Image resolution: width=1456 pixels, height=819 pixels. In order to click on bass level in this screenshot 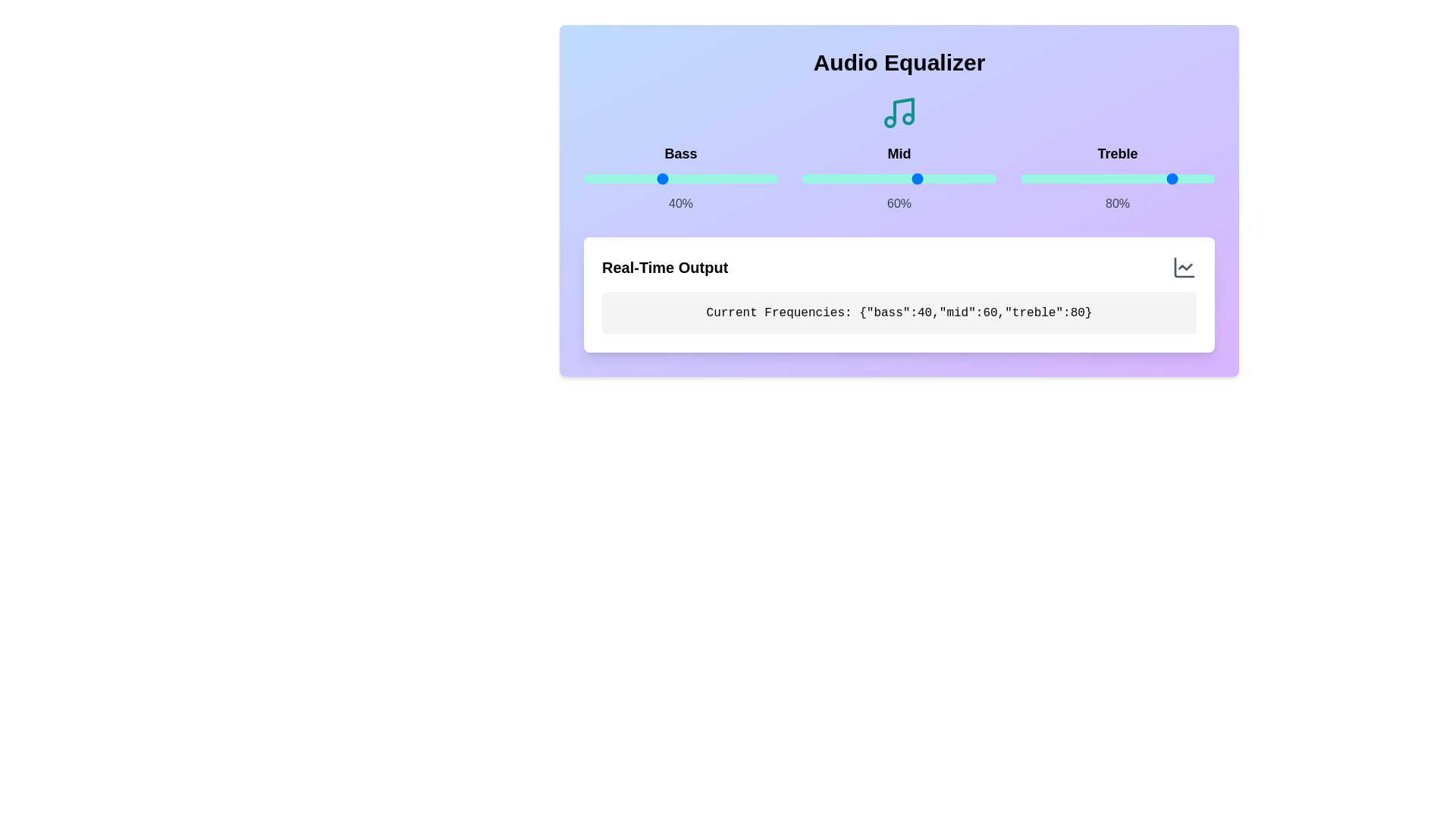, I will do `click(609, 177)`.